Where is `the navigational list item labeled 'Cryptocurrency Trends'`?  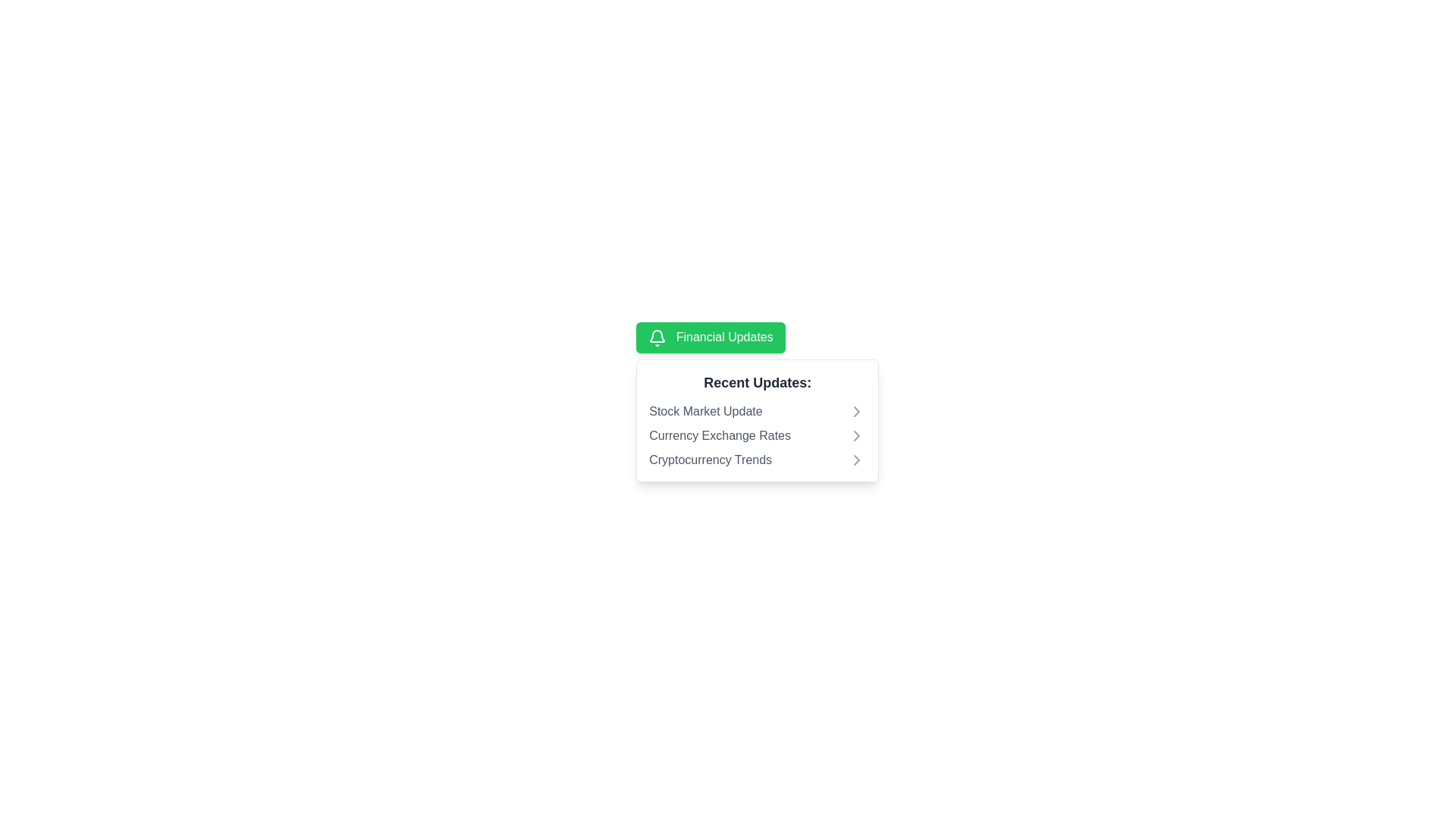
the navigational list item labeled 'Cryptocurrency Trends' is located at coordinates (758, 459).